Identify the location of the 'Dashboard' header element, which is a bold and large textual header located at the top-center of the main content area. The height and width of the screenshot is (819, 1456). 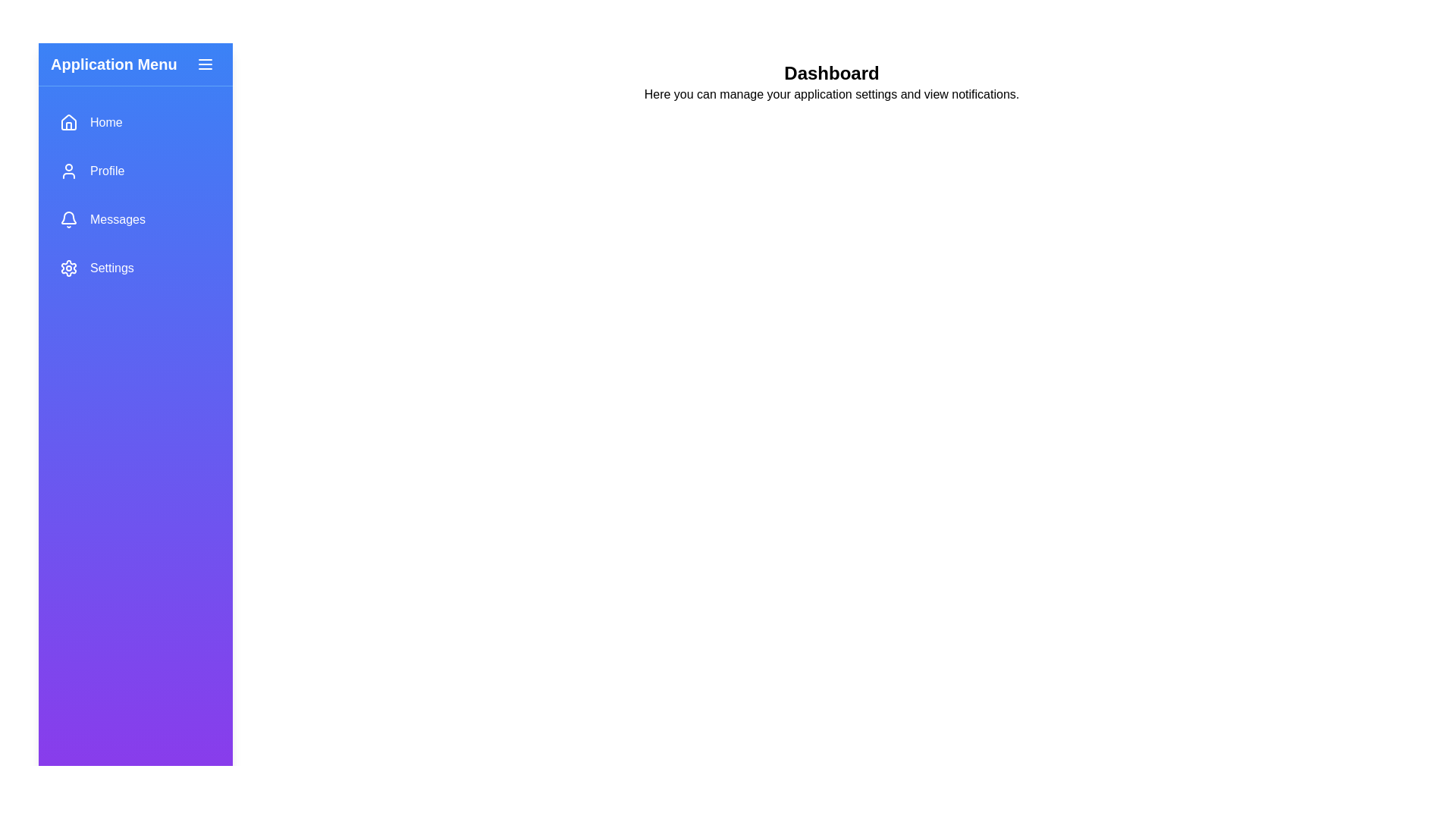
(831, 73).